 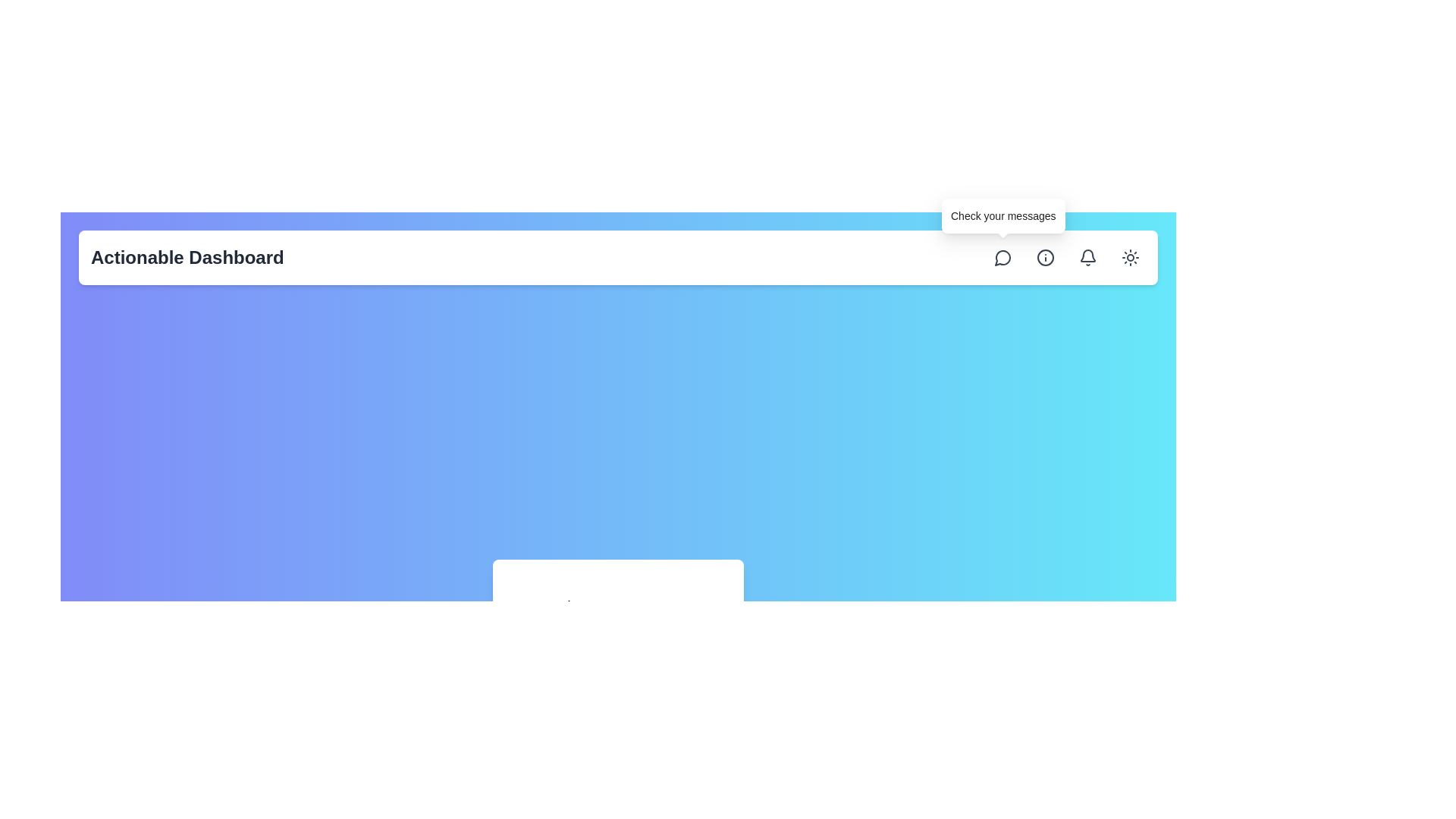 What do you see at coordinates (1003, 256) in the screenshot?
I see `the circular button with a speech bubble icon in the header section` at bounding box center [1003, 256].